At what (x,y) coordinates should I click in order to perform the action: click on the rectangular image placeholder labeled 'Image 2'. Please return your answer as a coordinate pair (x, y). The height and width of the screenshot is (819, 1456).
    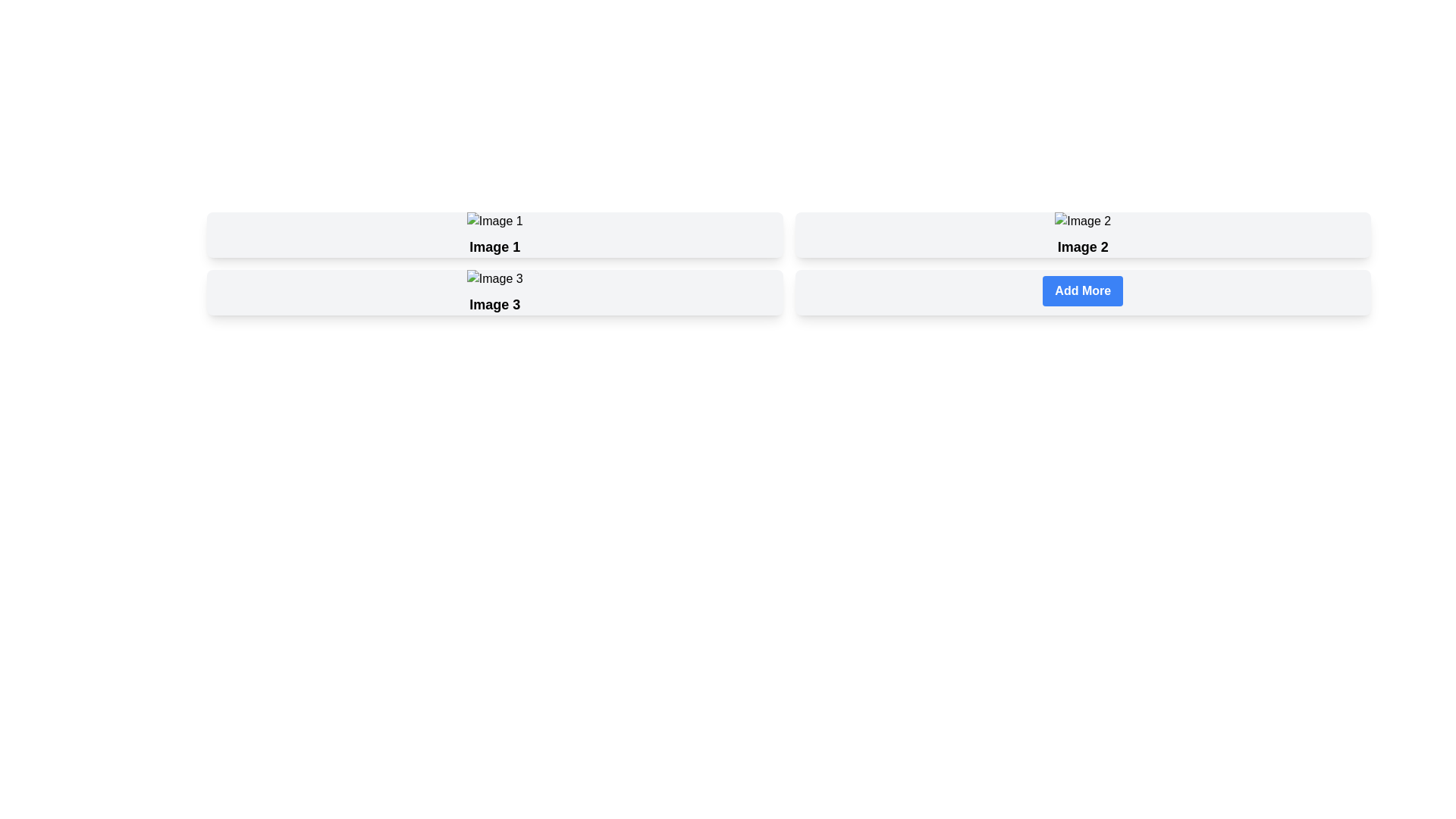
    Looking at the image, I should click on (1082, 221).